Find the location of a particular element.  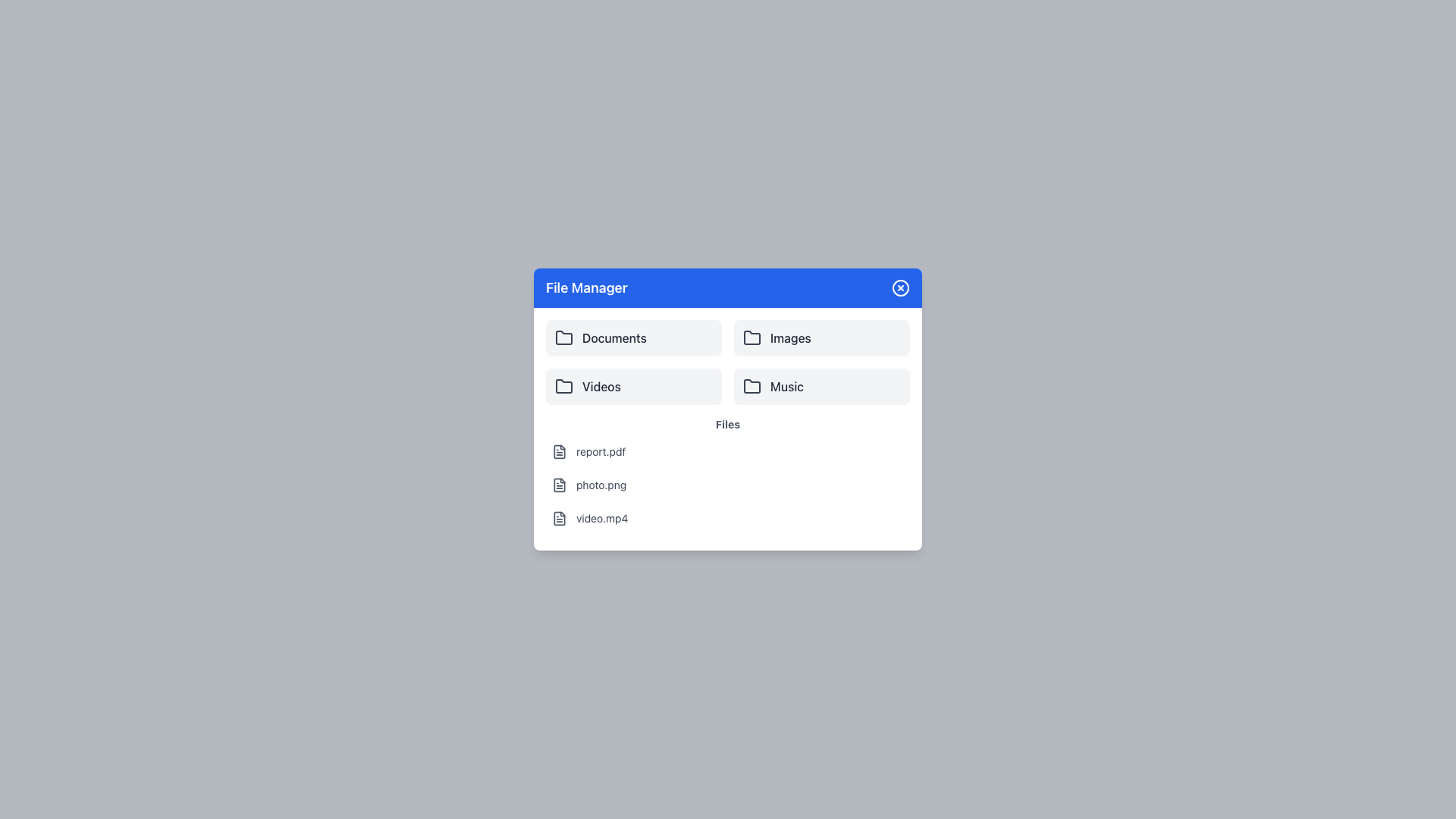

the Text Label located in the blue header bar of the modal-style interface card, which serves as a title for the file management tool is located at coordinates (585, 288).